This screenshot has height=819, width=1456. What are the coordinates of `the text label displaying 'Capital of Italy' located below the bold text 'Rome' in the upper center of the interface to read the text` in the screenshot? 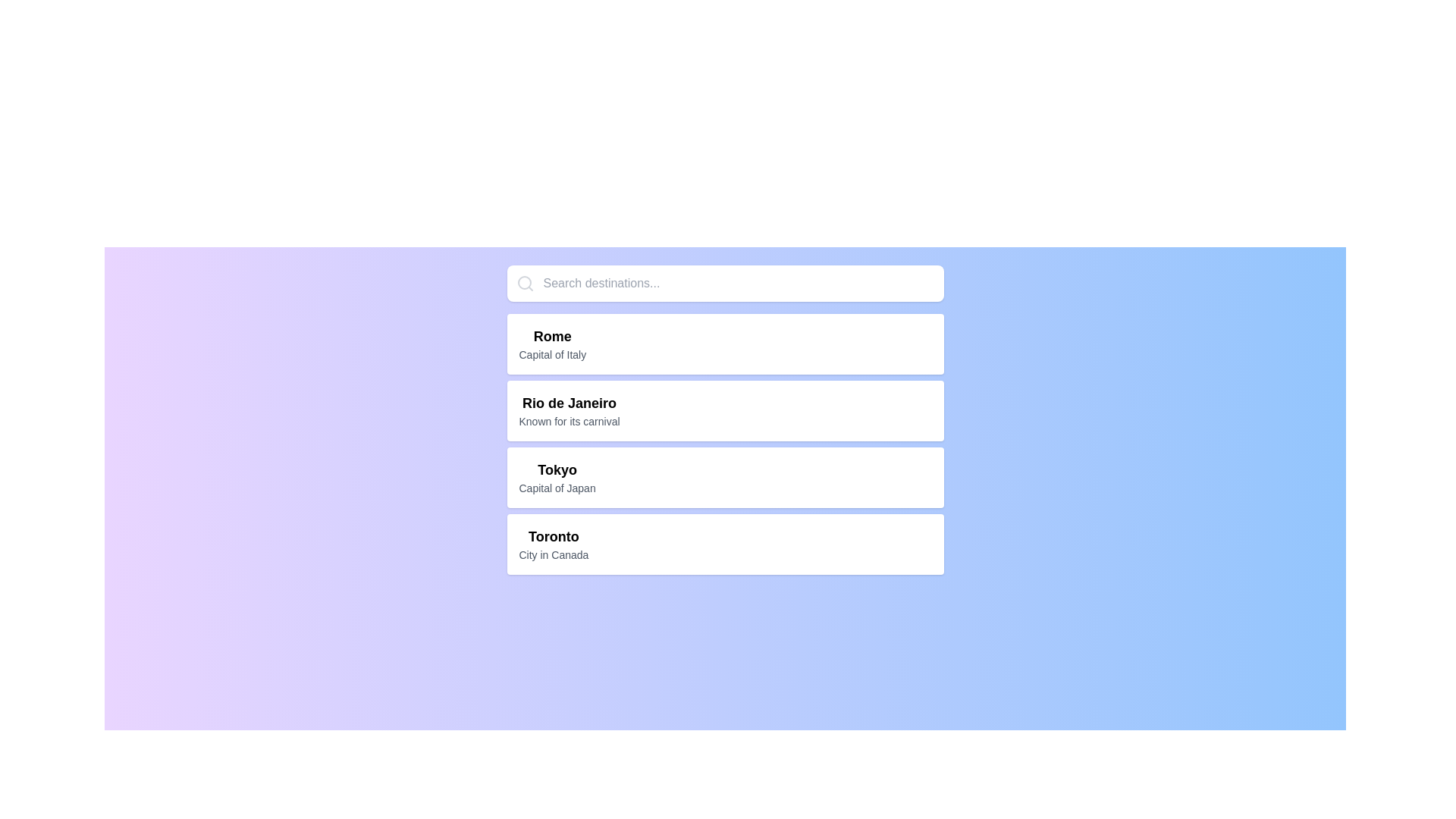 It's located at (551, 354).